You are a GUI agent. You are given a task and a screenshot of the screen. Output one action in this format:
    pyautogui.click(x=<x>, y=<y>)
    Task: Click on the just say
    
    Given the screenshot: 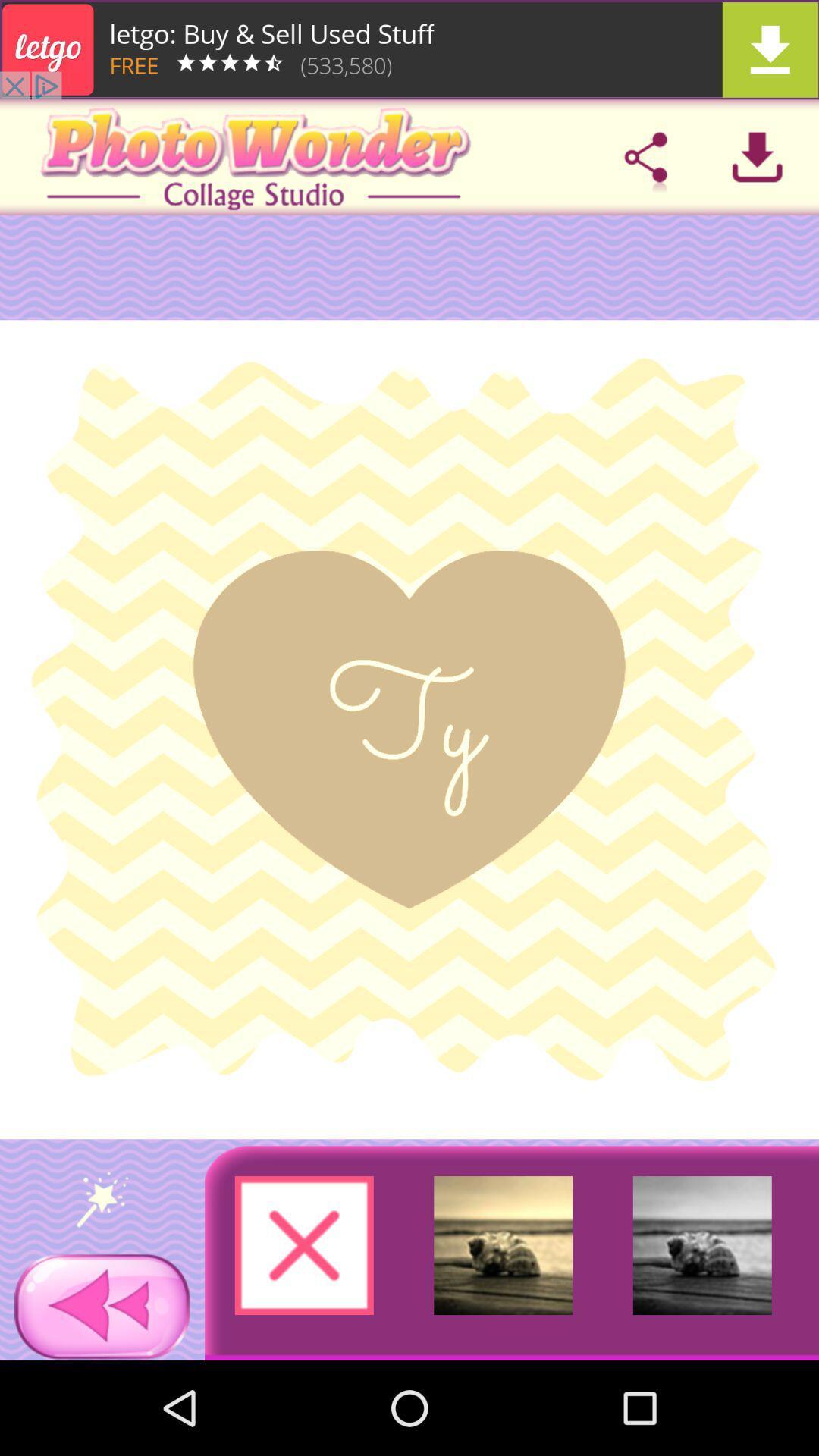 What is the action you would take?
    pyautogui.click(x=102, y=1198)
    